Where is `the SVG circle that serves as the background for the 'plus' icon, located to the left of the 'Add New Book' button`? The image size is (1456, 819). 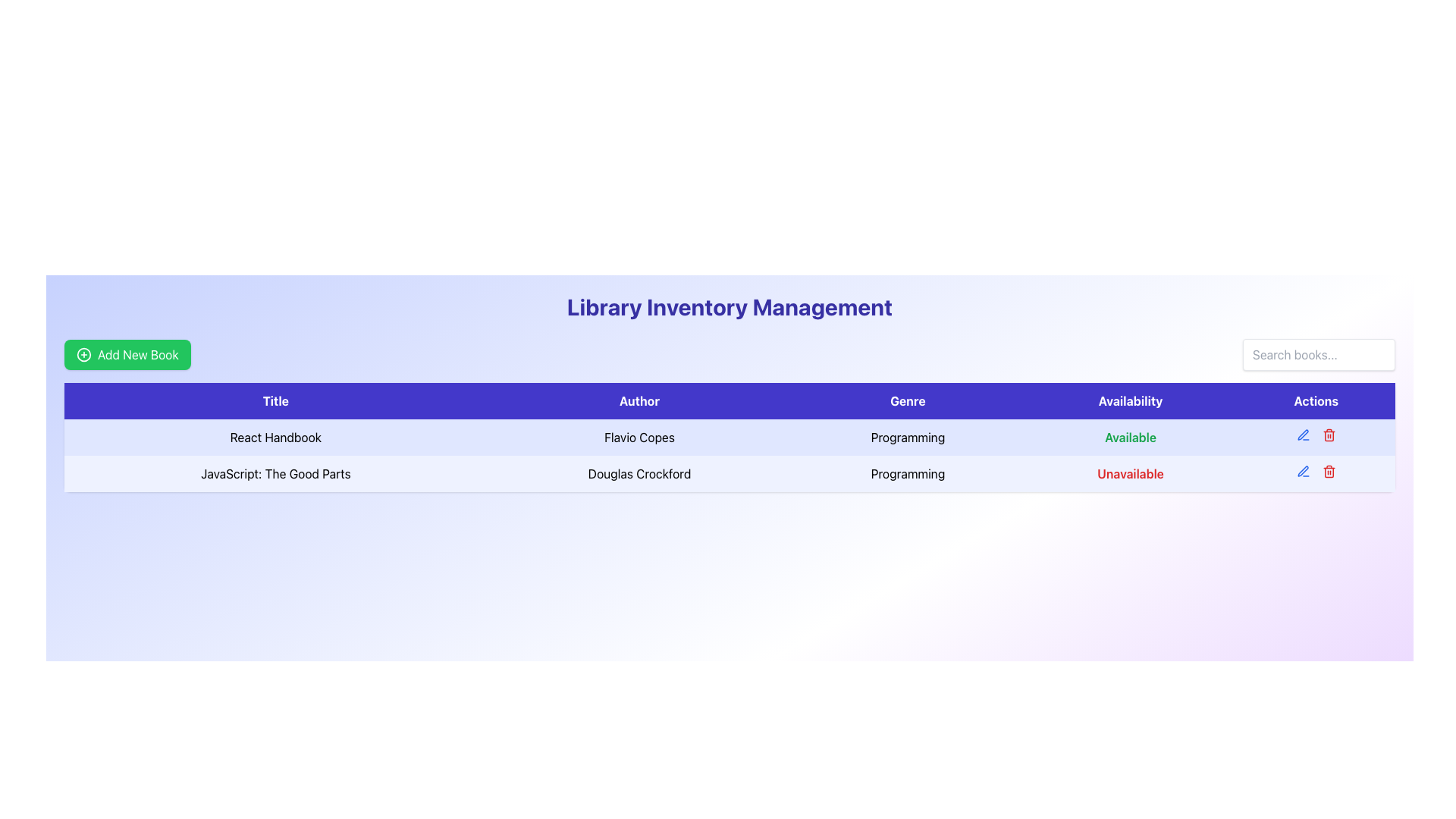 the SVG circle that serves as the background for the 'plus' icon, located to the left of the 'Add New Book' button is located at coordinates (83, 354).